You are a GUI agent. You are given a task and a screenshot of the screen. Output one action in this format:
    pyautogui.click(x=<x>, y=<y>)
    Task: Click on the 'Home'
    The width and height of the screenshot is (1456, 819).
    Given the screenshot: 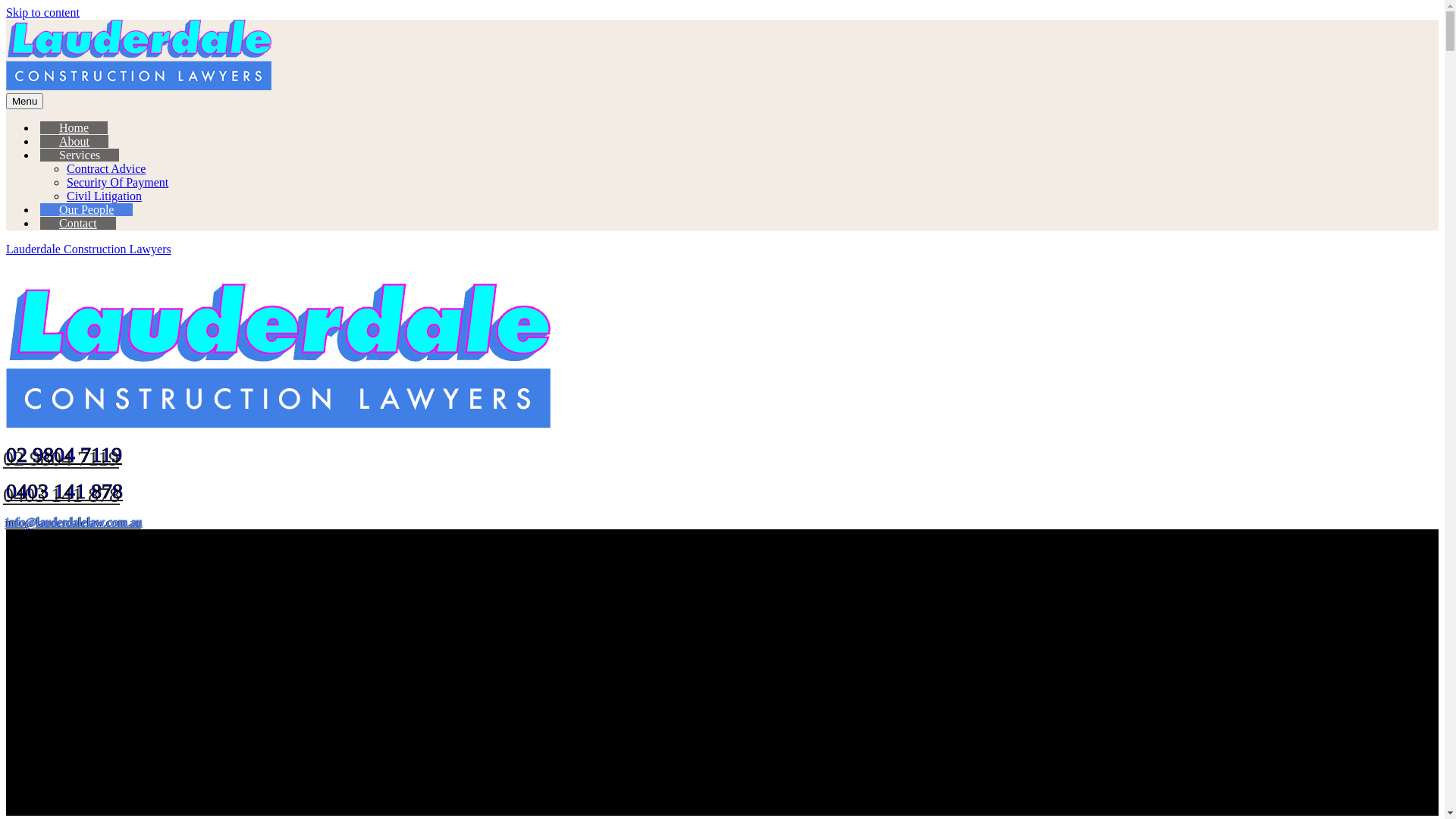 What is the action you would take?
    pyautogui.click(x=73, y=127)
    